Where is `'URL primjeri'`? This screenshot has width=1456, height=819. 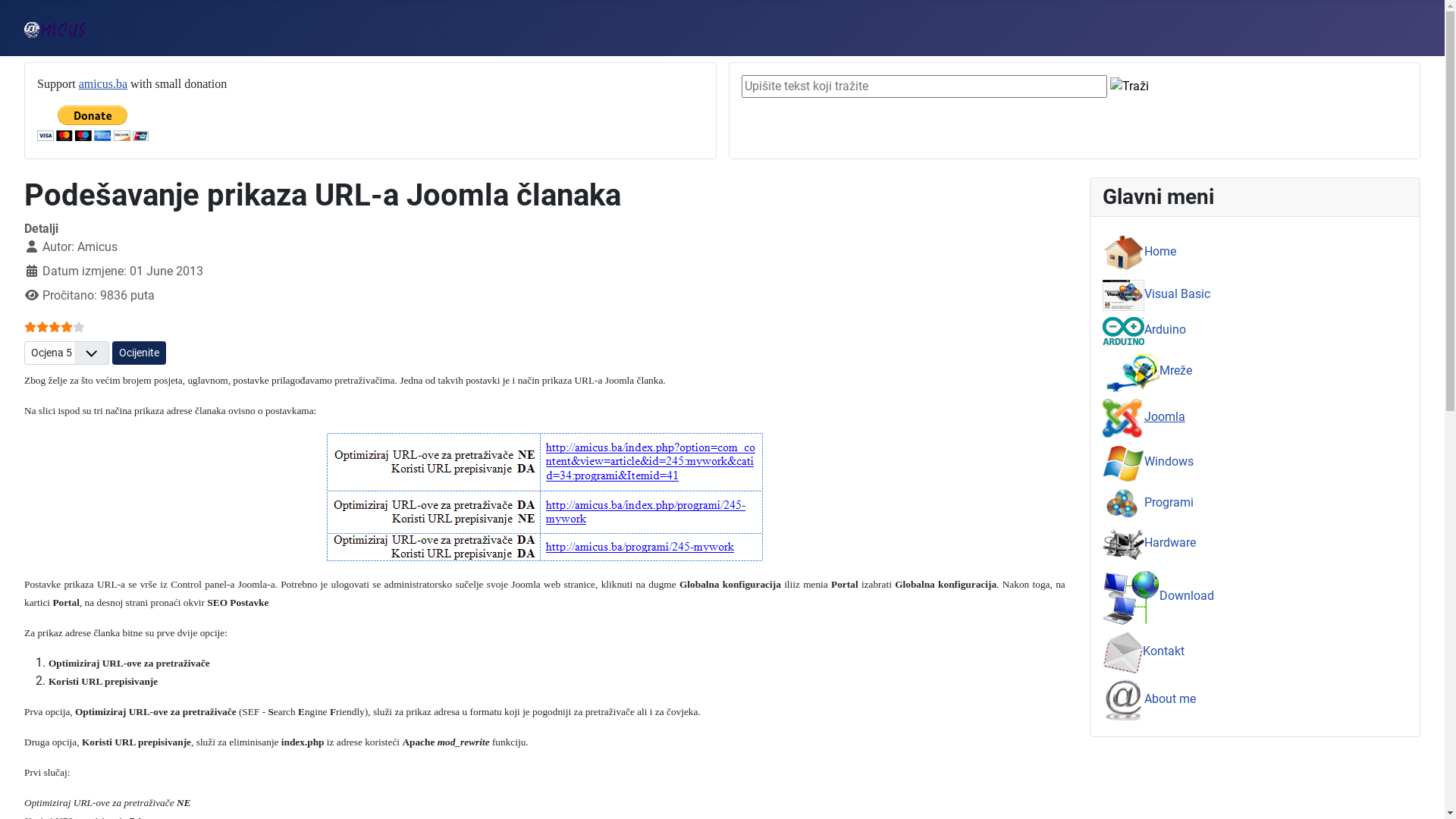
'URL primjeri' is located at coordinates (544, 497).